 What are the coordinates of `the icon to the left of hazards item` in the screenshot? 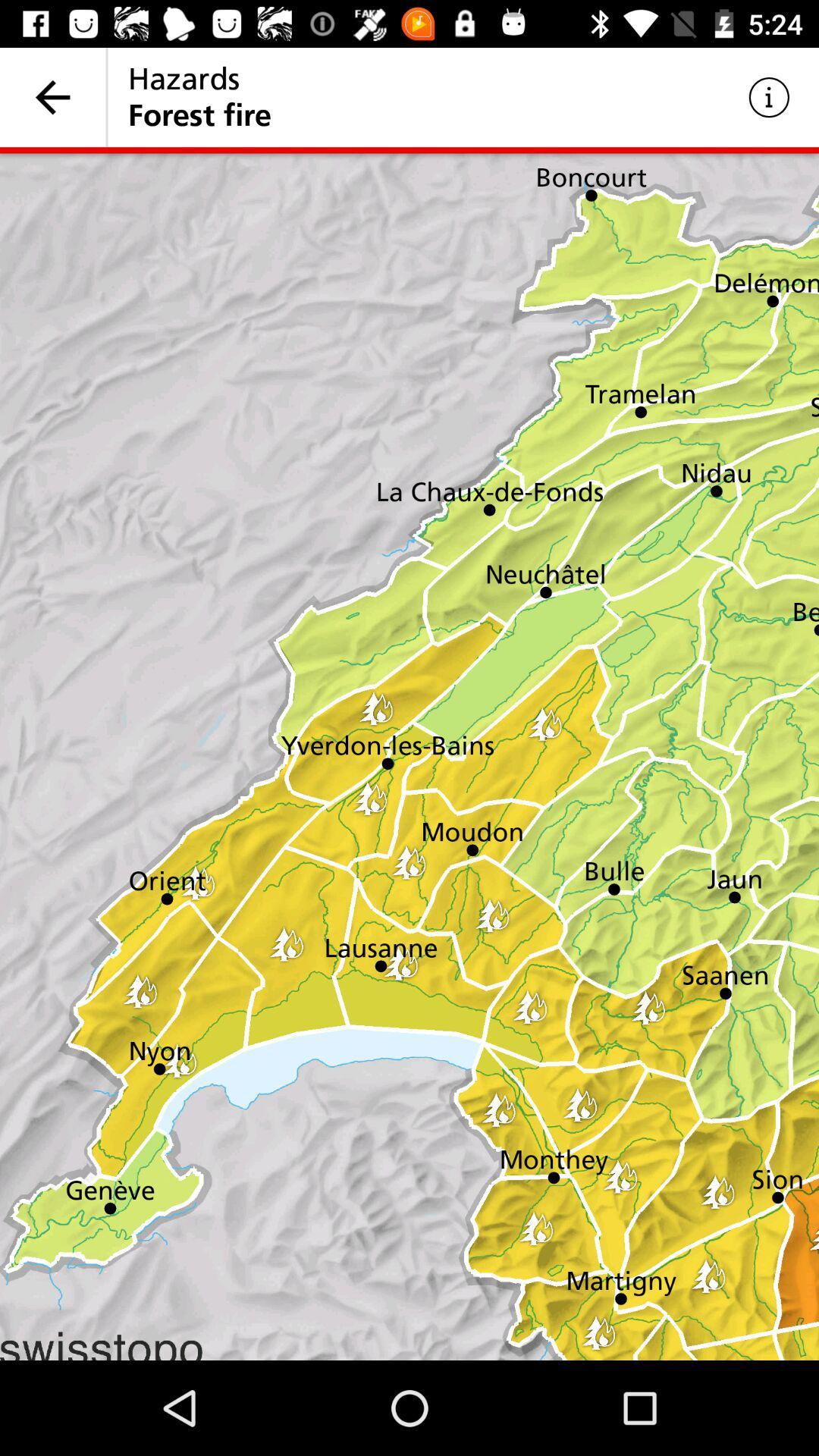 It's located at (52, 96).